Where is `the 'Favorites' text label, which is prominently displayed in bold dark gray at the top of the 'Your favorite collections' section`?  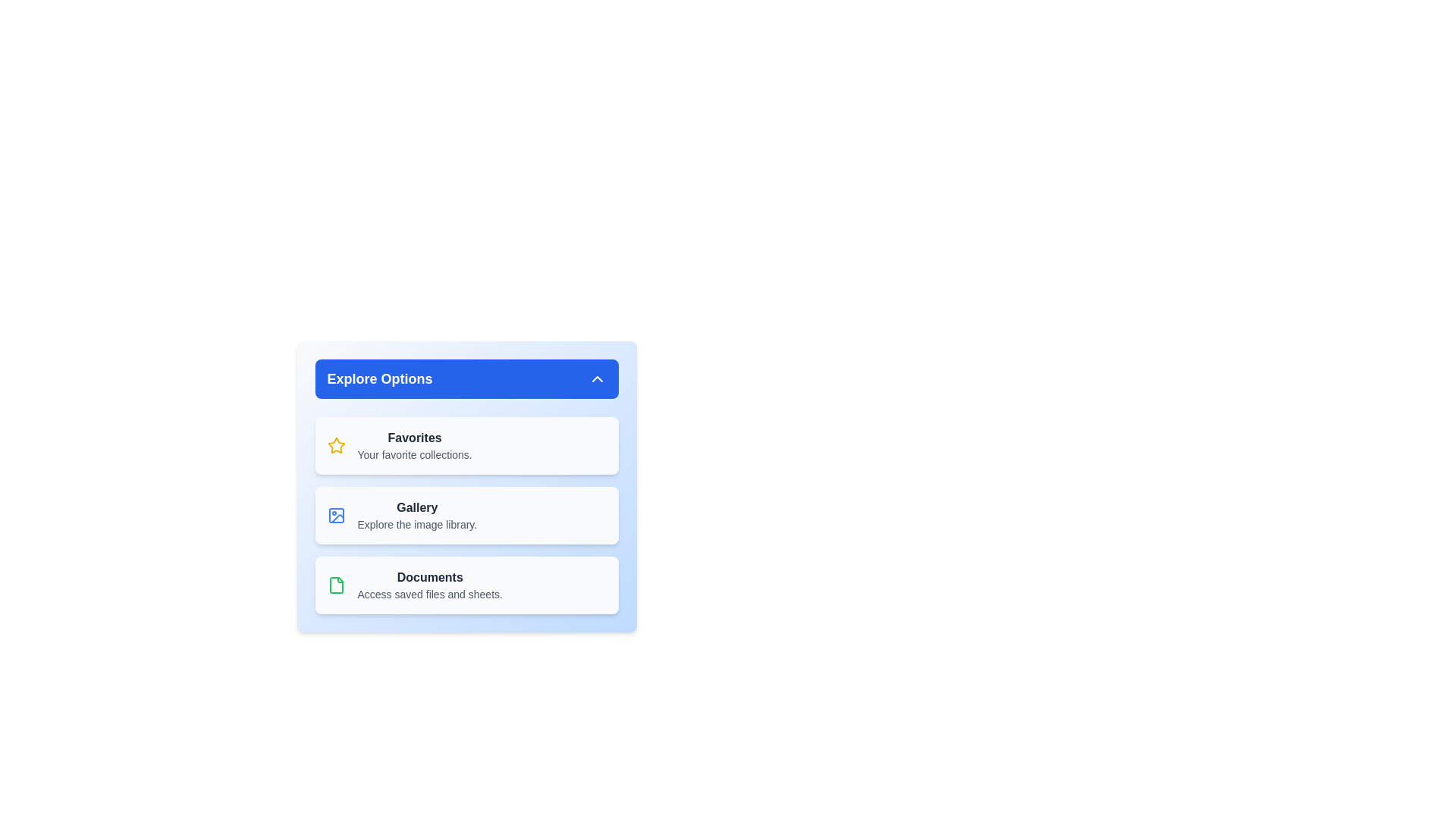
the 'Favorites' text label, which is prominently displayed in bold dark gray at the top of the 'Your favorite collections' section is located at coordinates (415, 438).